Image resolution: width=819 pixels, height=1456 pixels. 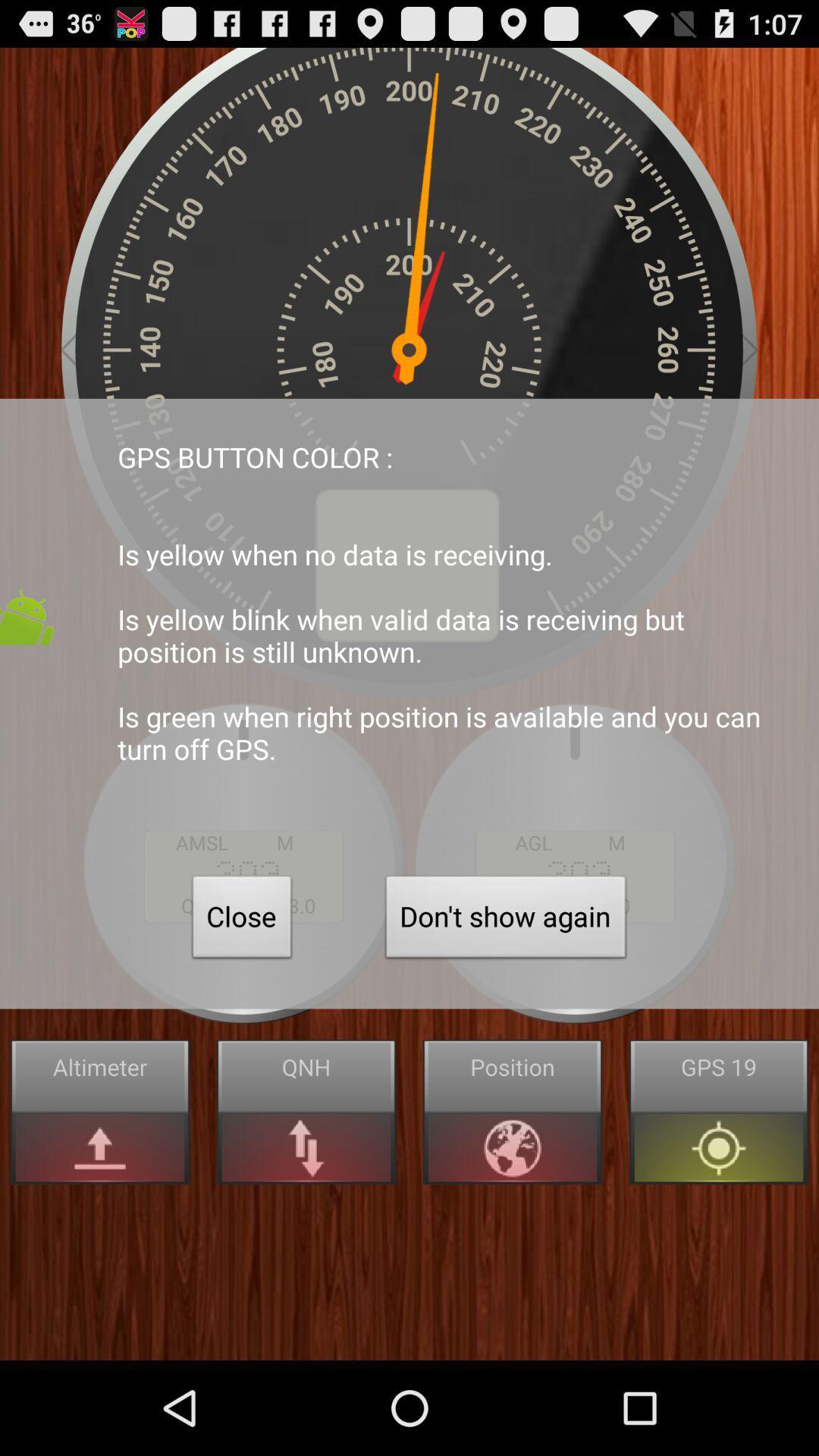 What do you see at coordinates (241, 920) in the screenshot?
I see `the close button` at bounding box center [241, 920].